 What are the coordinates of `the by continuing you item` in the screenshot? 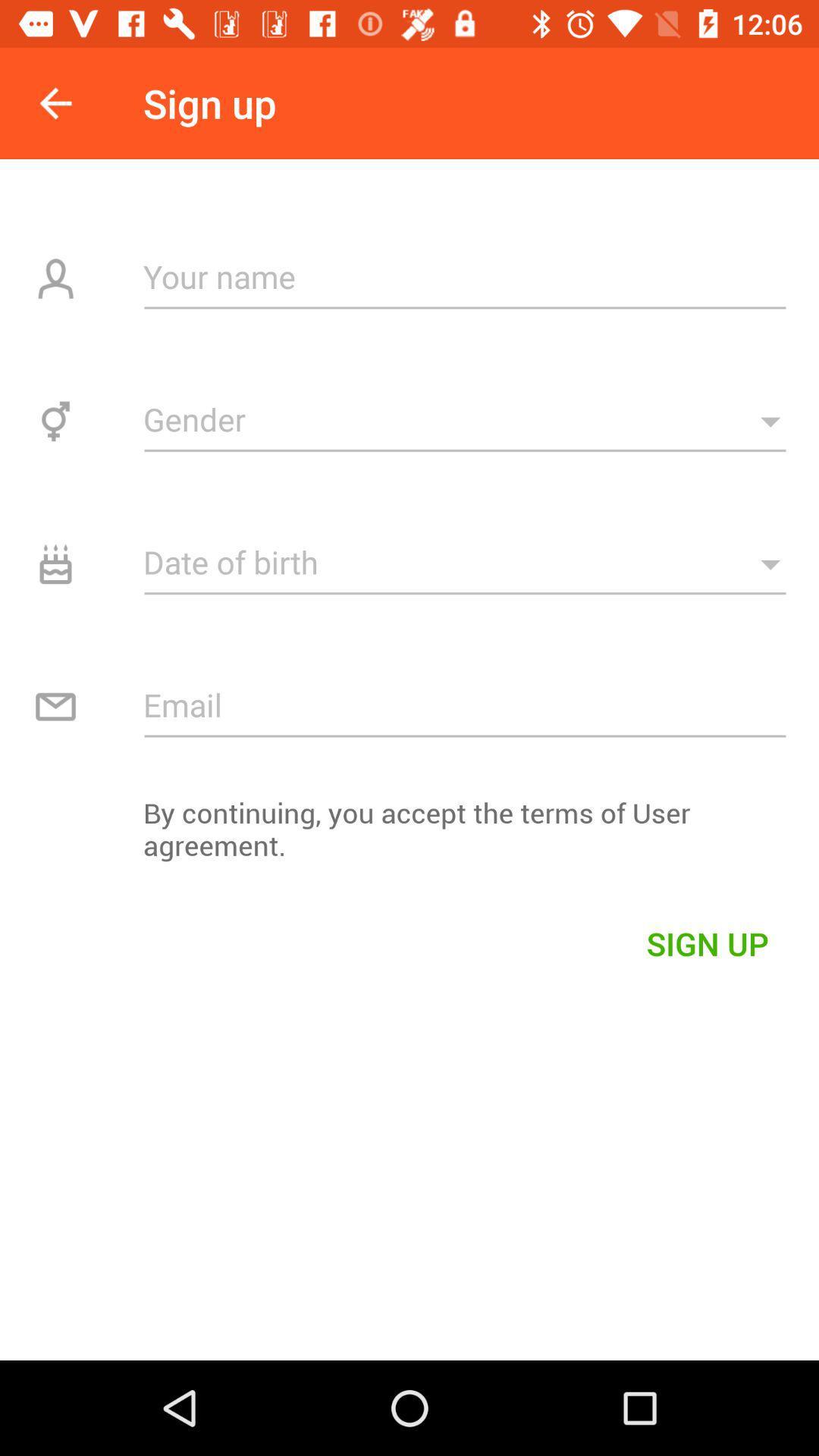 It's located at (409, 836).